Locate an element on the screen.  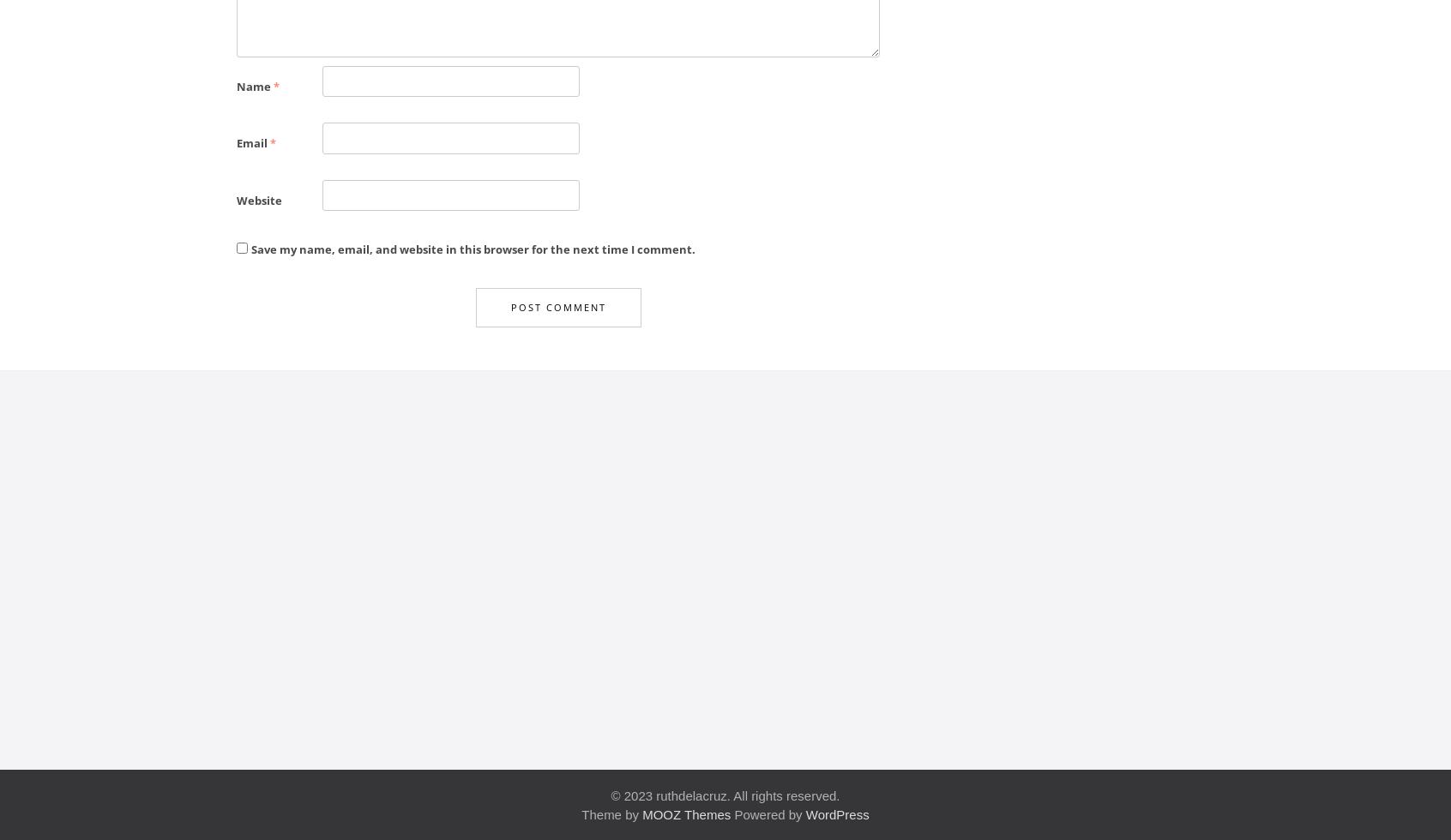
'Theme by' is located at coordinates (611, 813).